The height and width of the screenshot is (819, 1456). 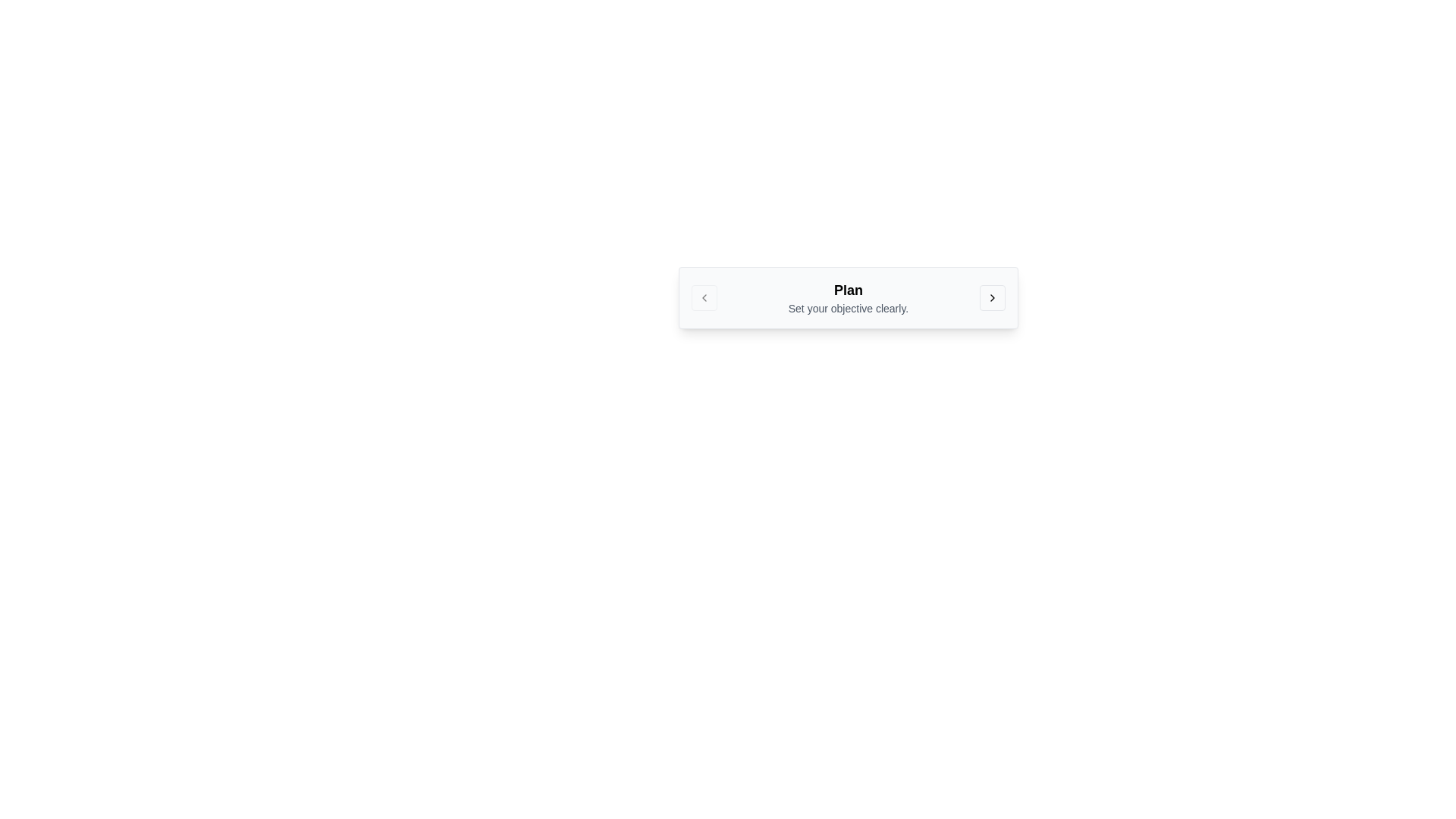 What do you see at coordinates (847, 290) in the screenshot?
I see `the text label displaying the word 'Plan' in bold and large font size, which is positioned above the text 'Set your objective clearly.'` at bounding box center [847, 290].